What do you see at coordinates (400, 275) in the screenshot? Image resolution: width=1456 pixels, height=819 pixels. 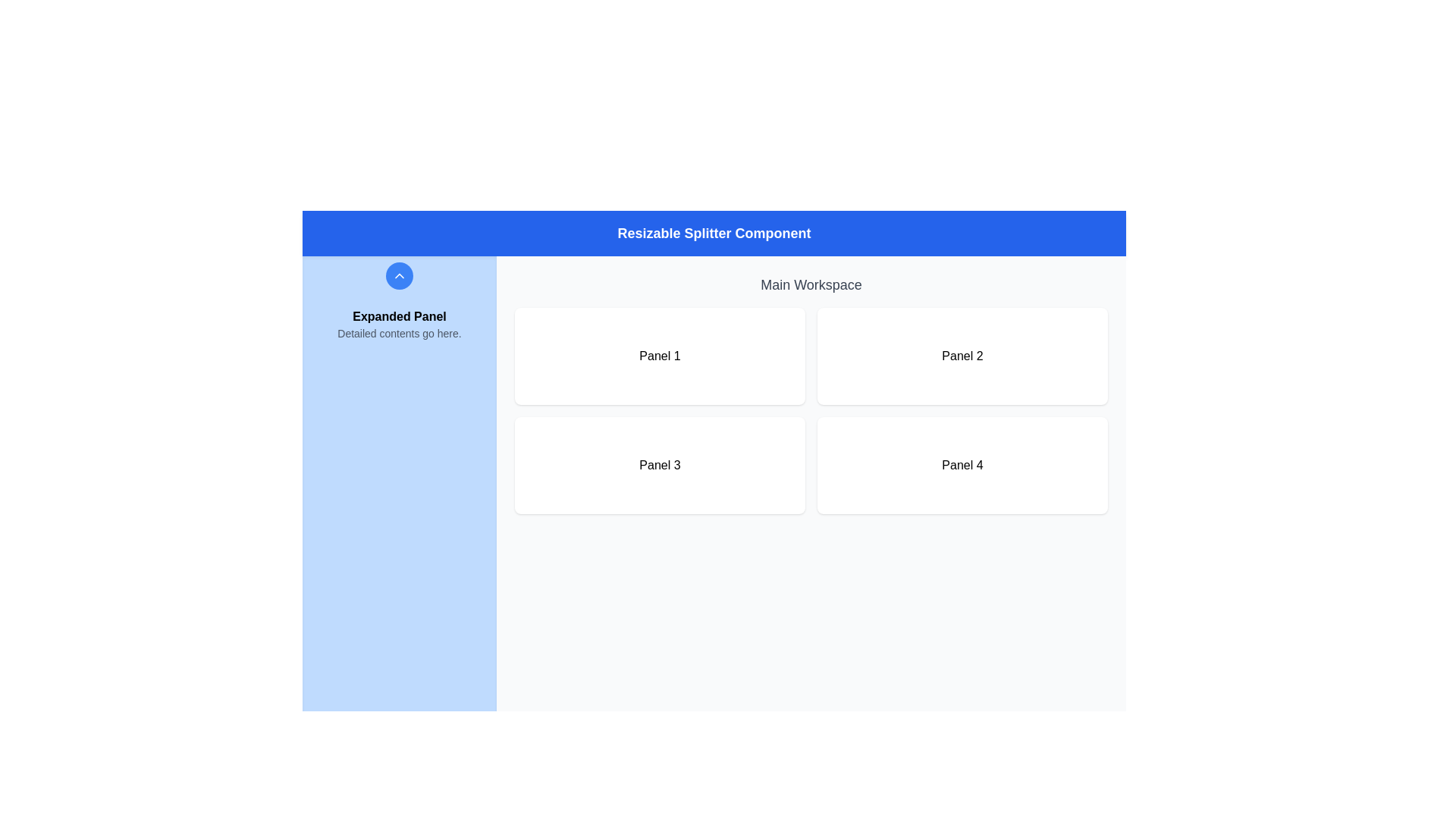 I see `the upward-facing chevron arrow icon located at the center of the blue circular button that is positioned above the 'Expanded Panel' text` at bounding box center [400, 275].